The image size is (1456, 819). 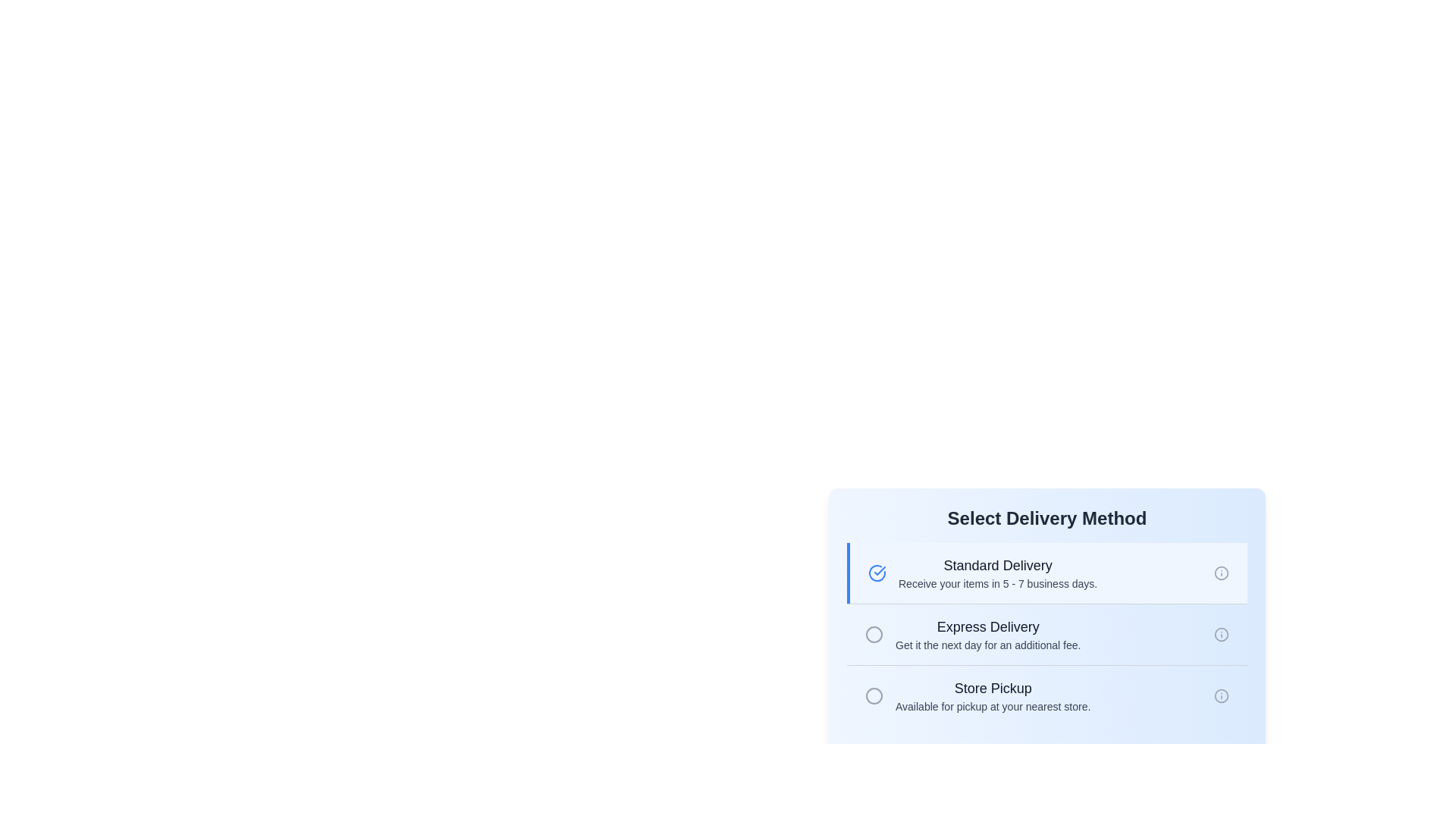 What do you see at coordinates (993, 688) in the screenshot?
I see `the 'Store Pickup' label in the delivery method selection interface, which is located near the bottom of the panel and above additional pickup information` at bounding box center [993, 688].